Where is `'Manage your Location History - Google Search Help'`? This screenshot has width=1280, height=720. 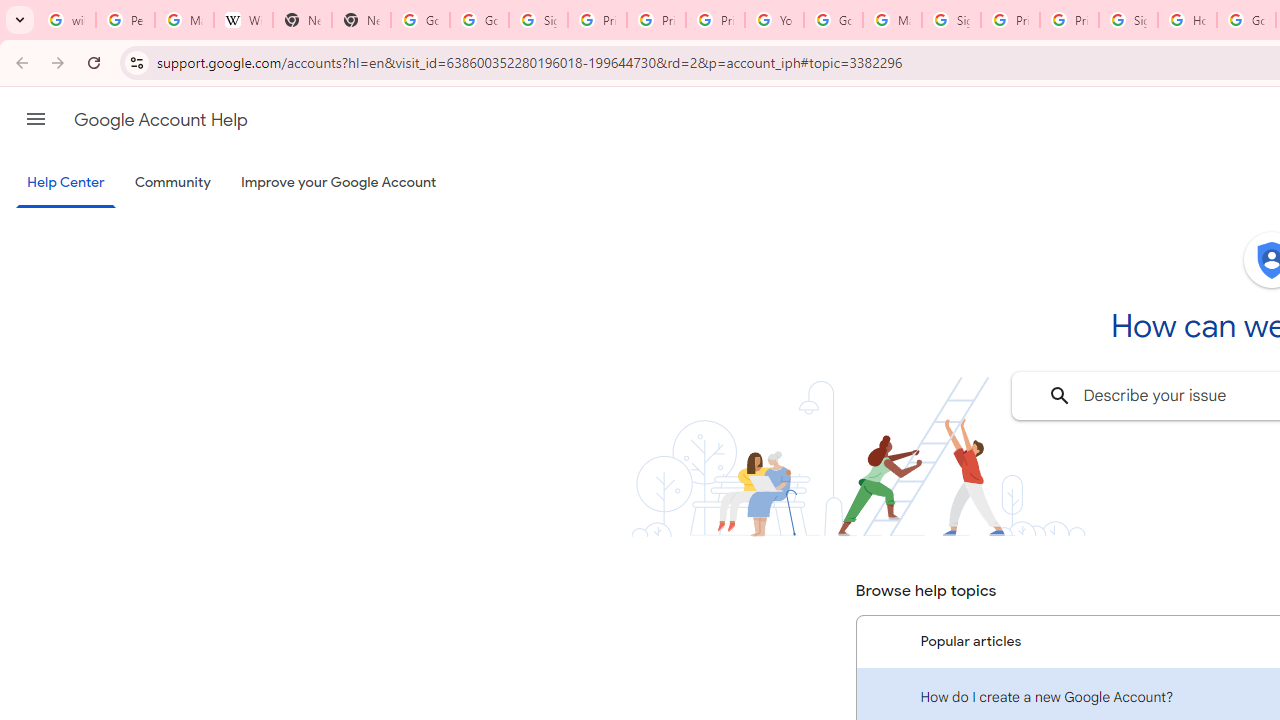 'Manage your Location History - Google Search Help' is located at coordinates (184, 20).